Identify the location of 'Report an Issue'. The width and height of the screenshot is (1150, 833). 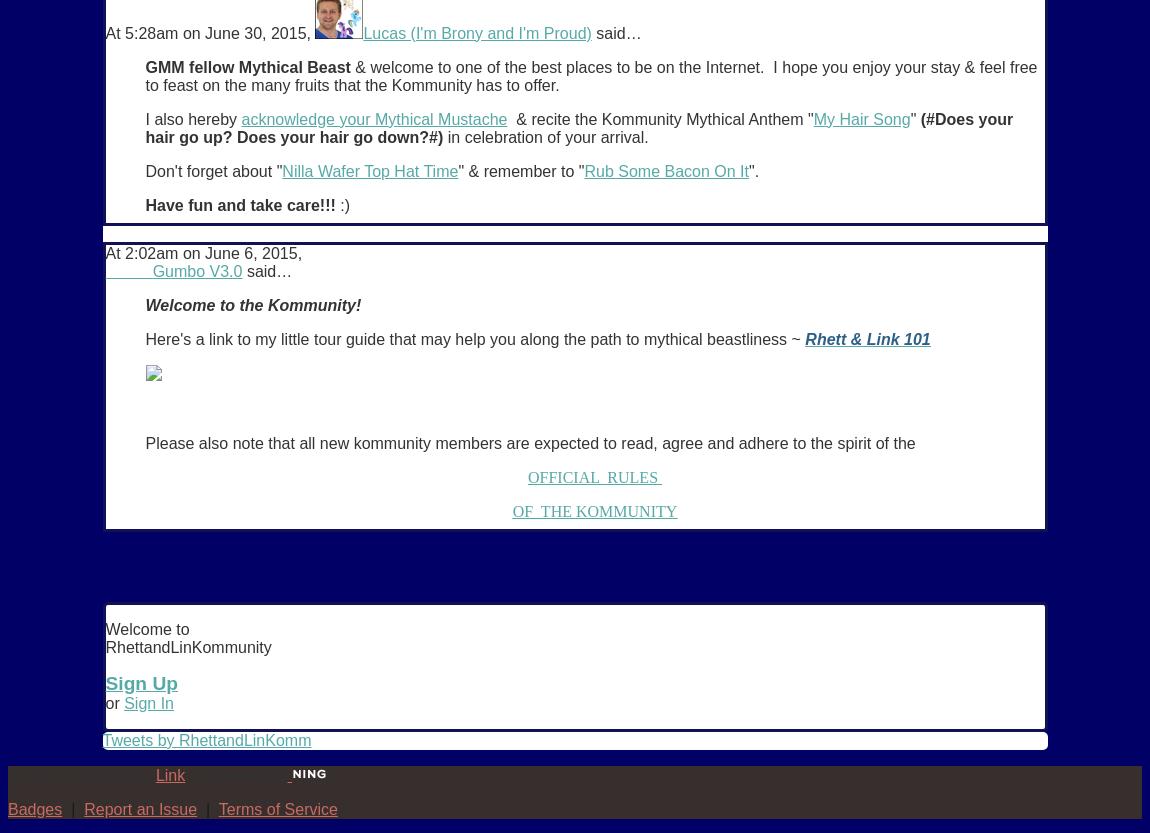
(139, 807).